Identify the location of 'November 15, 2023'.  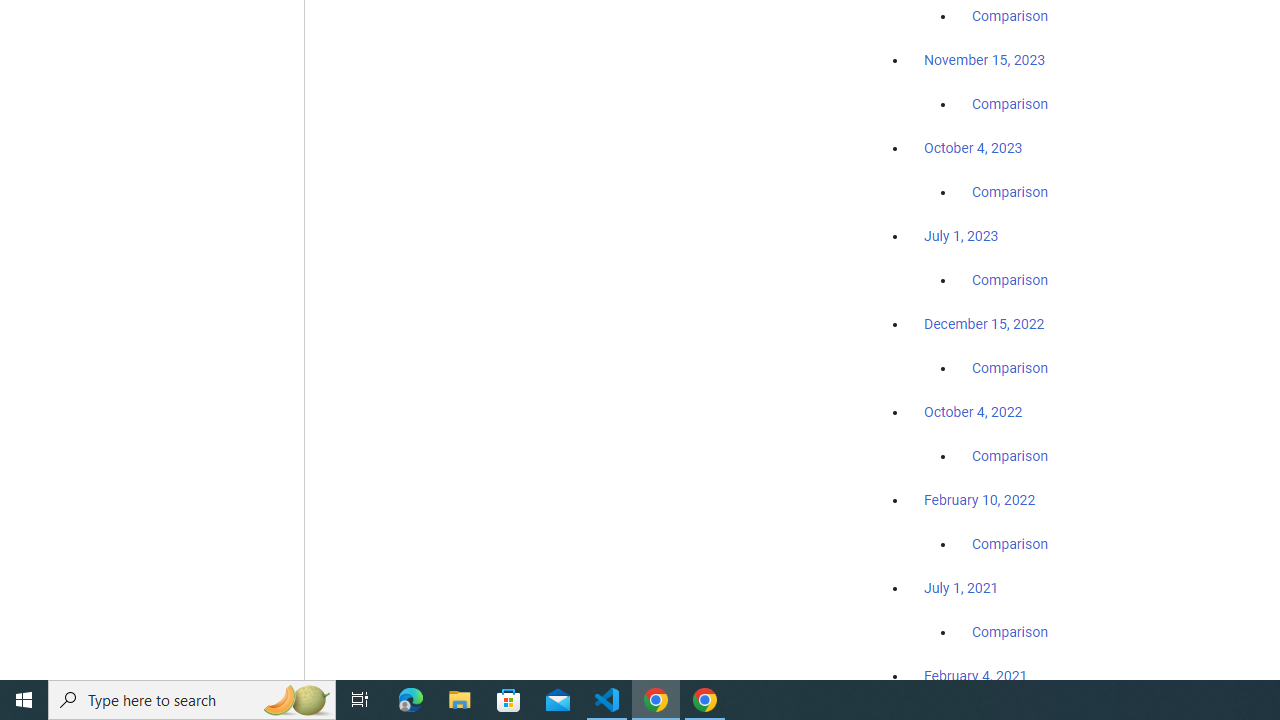
(984, 59).